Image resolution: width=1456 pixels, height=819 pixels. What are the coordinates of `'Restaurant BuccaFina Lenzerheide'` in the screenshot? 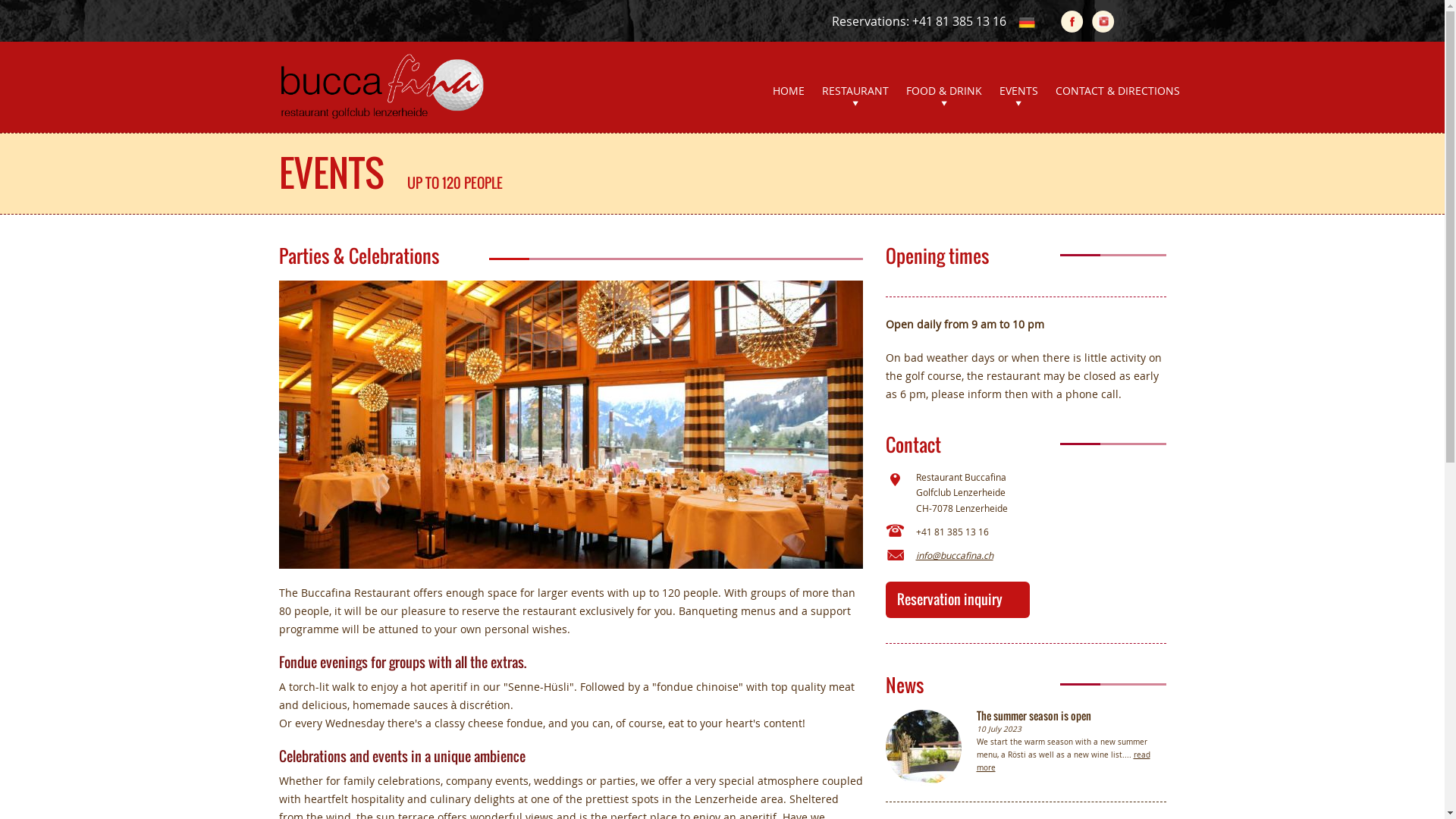 It's located at (381, 79).